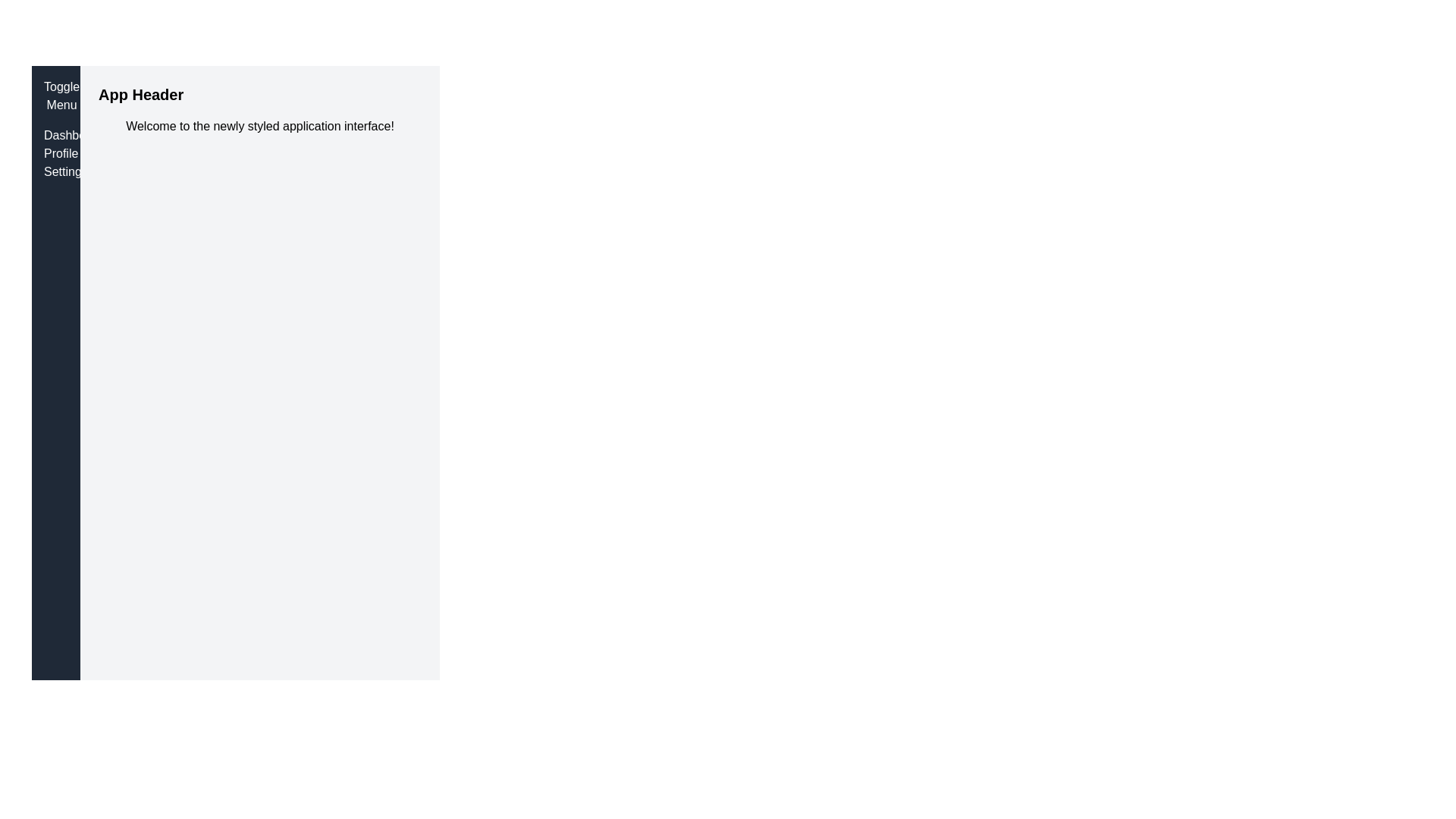 The width and height of the screenshot is (1456, 819). What do you see at coordinates (55, 154) in the screenshot?
I see `the 'Profile' text label in the sidebar, which is styled in white font on a dark background, if it functions as a link` at bounding box center [55, 154].